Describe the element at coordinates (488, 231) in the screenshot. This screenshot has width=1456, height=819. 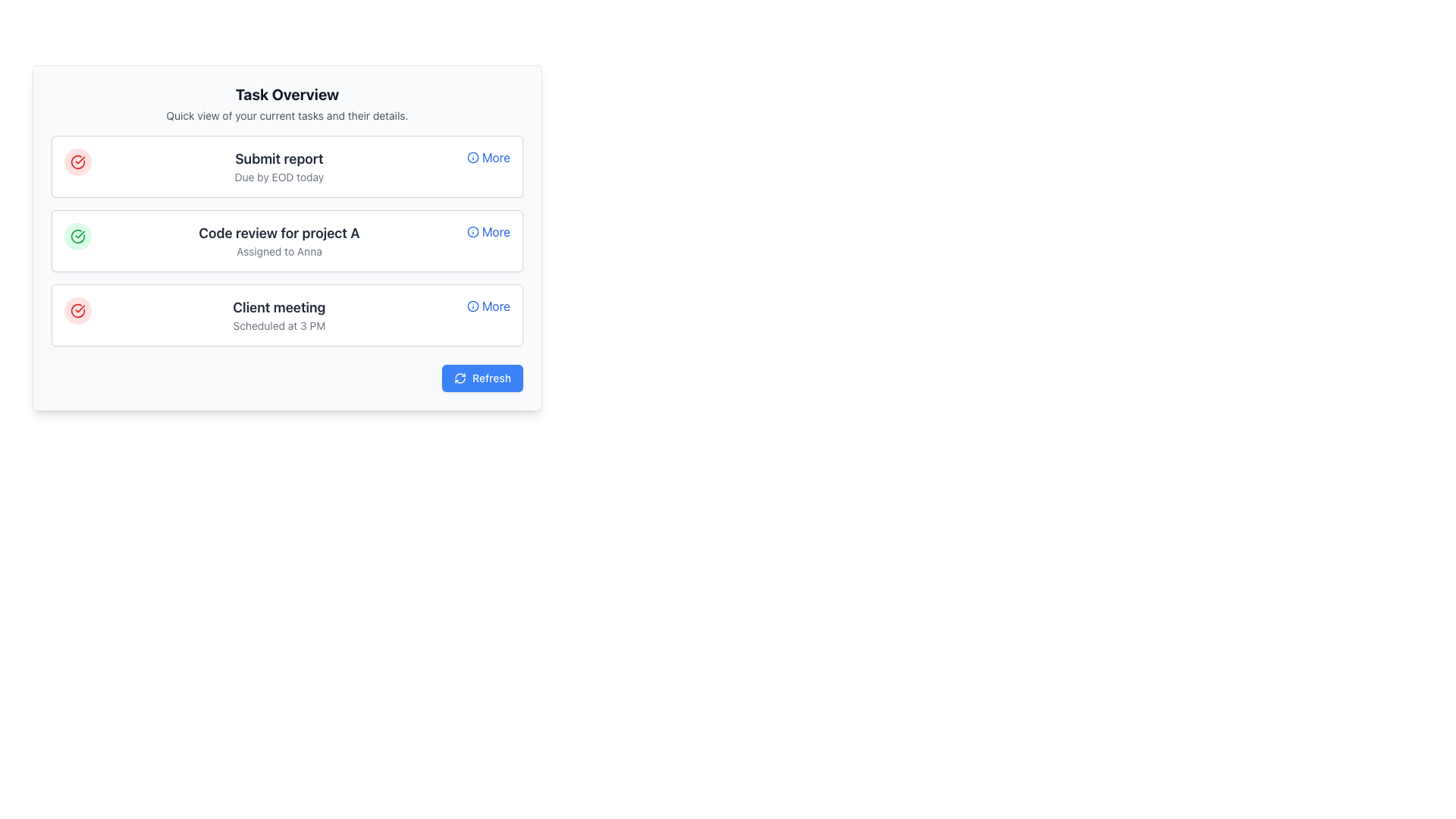
I see `the interactive text link for the task 'Code review for project A' to enable accessibility navigation` at that location.